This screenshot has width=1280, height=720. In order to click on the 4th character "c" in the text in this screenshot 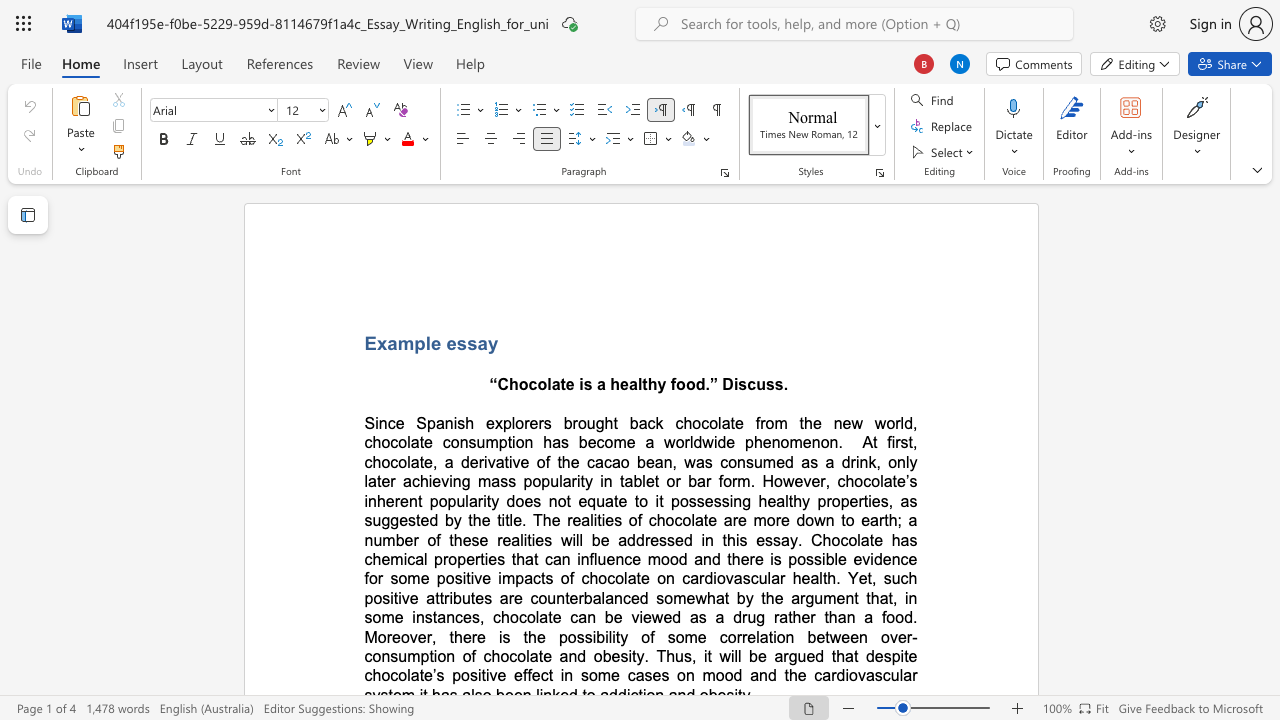, I will do `click(686, 578)`.